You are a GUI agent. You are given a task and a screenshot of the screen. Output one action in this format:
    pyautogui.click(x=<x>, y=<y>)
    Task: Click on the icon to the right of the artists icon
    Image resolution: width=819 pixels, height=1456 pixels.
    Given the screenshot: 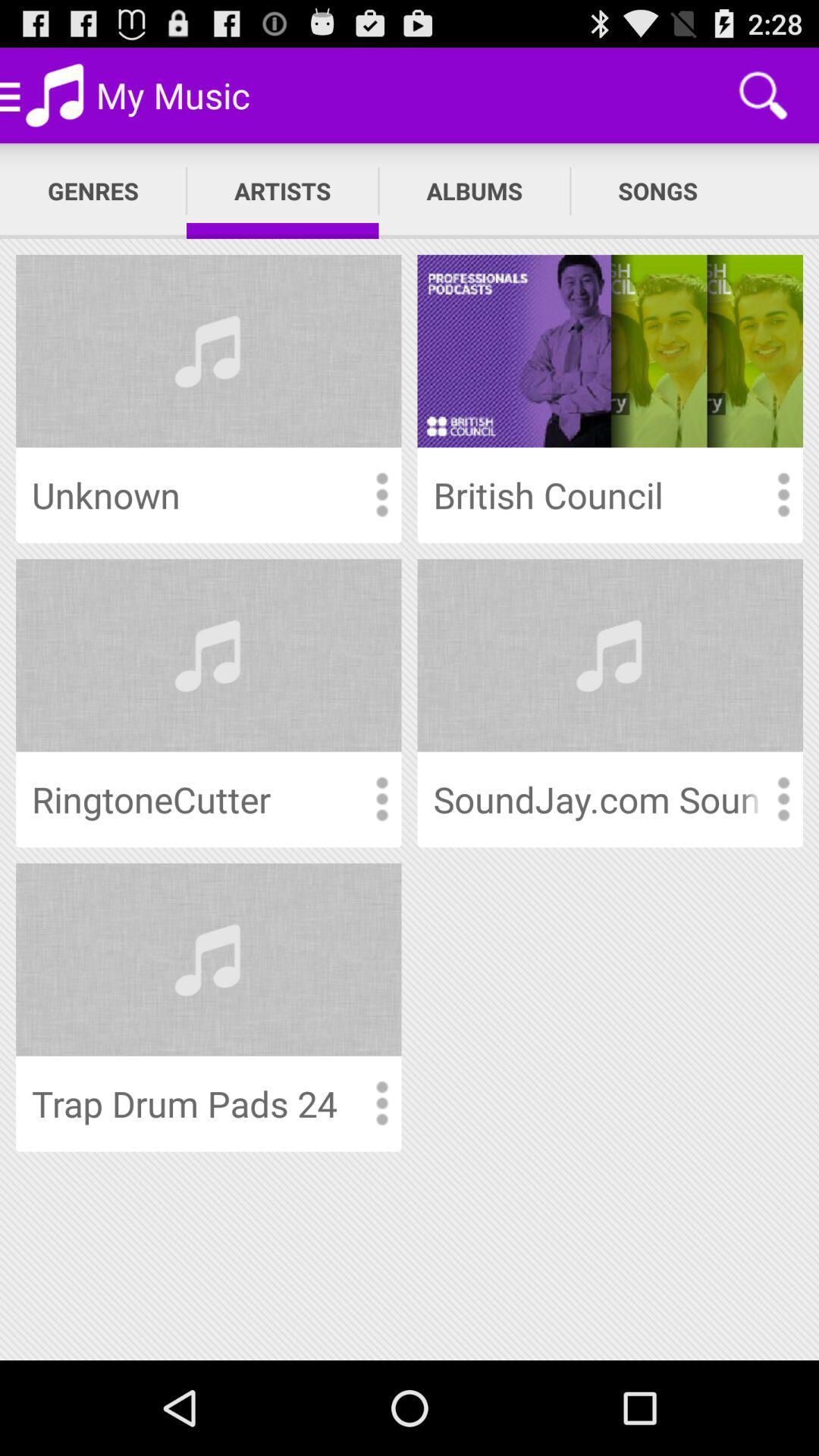 What is the action you would take?
    pyautogui.click(x=473, y=190)
    